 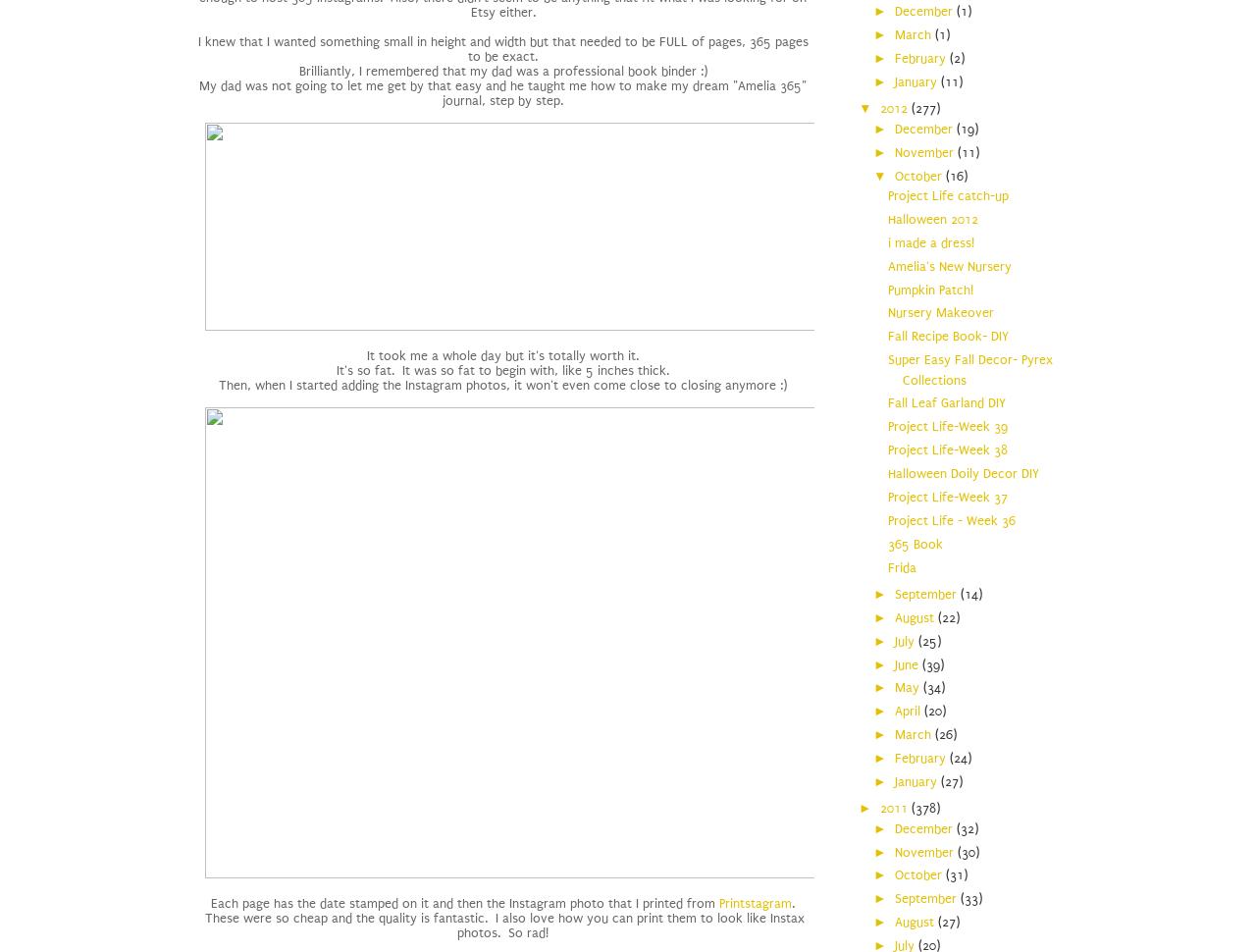 What do you see at coordinates (948, 449) in the screenshot?
I see `'Project Life-Week 38'` at bounding box center [948, 449].